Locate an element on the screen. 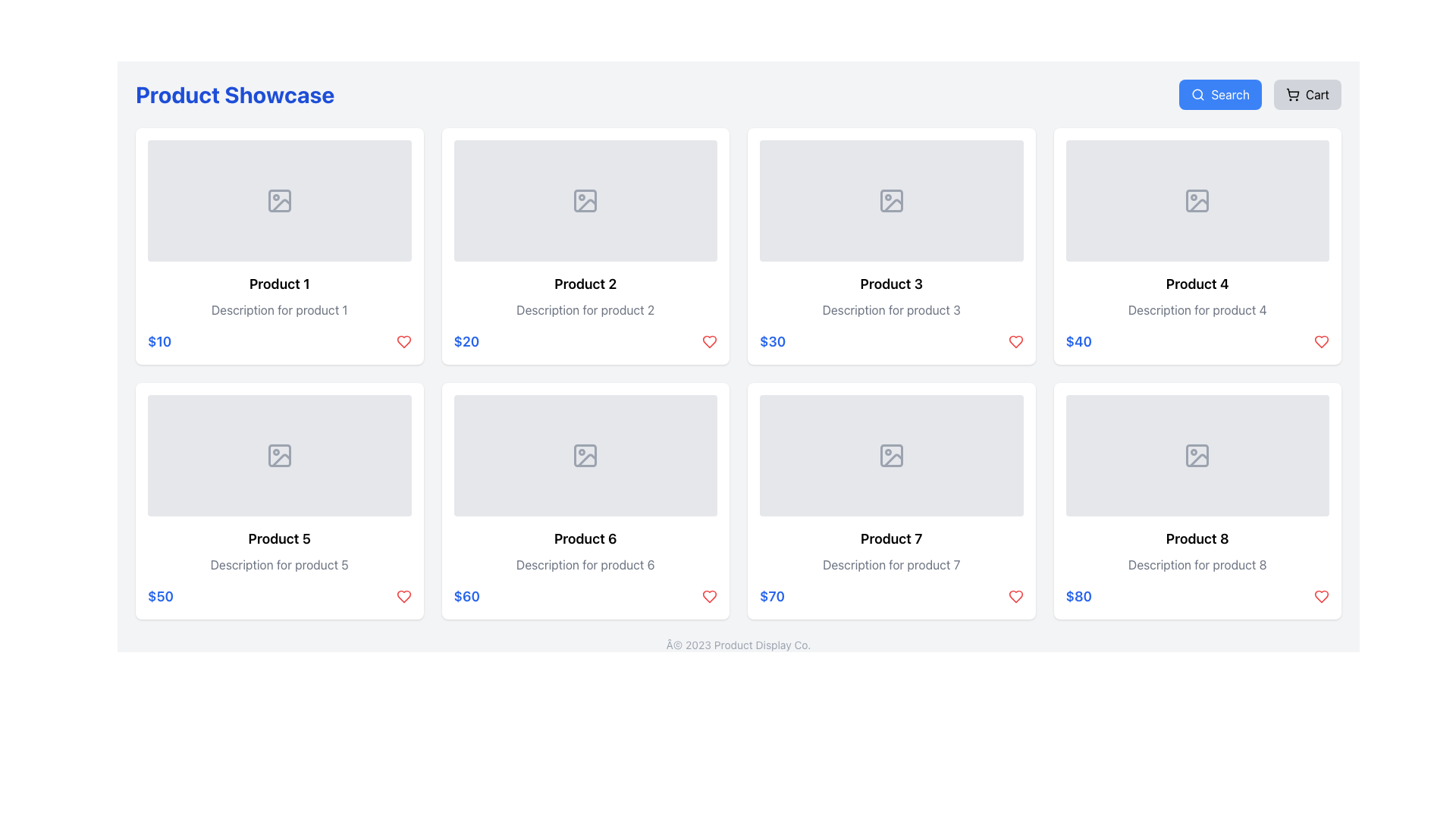 This screenshot has height=819, width=1456. the Image Placeholder, which is a rectangular element with a gray background and a centered icon, located in the 'Product 7' card is located at coordinates (891, 455).